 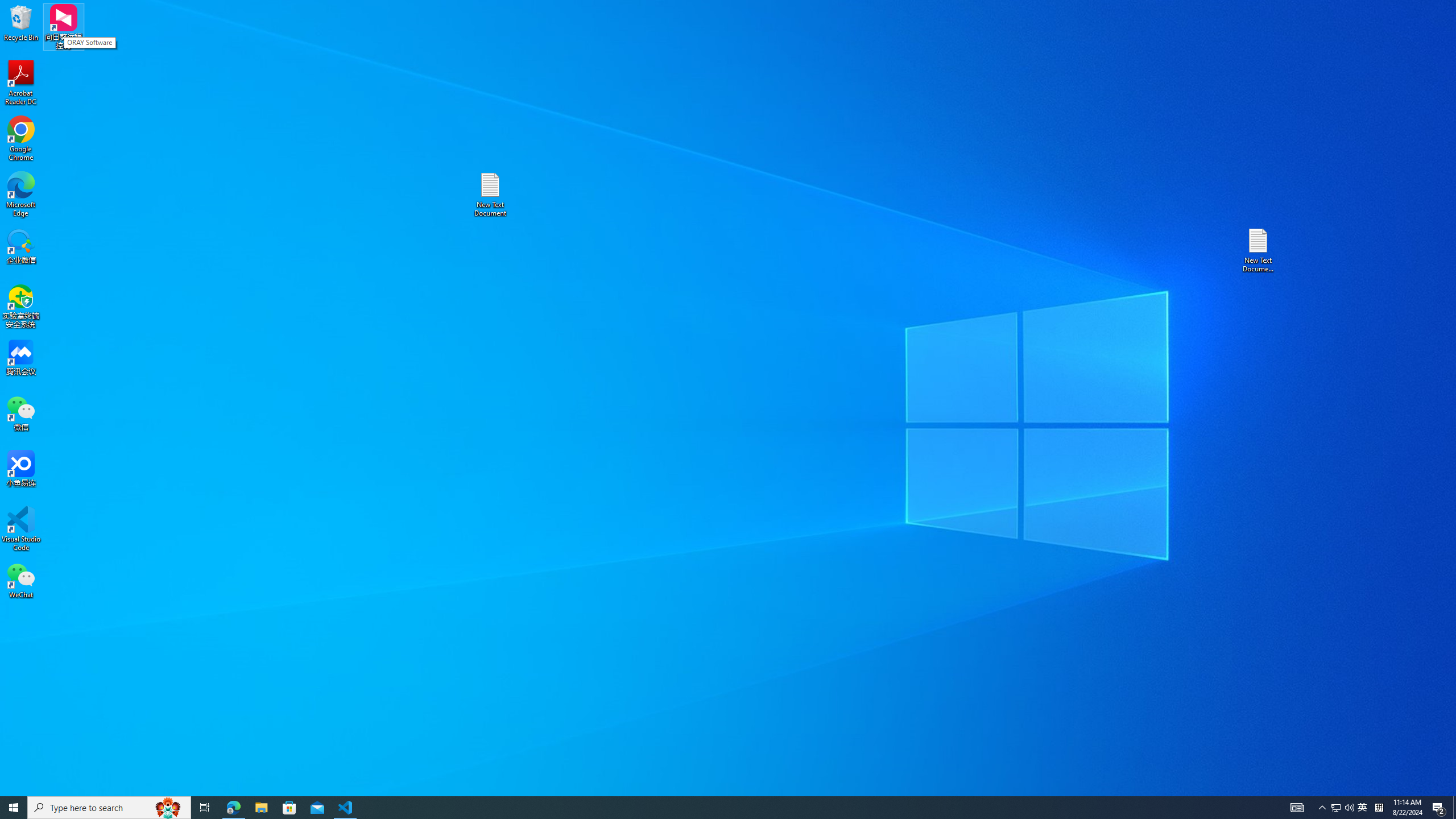 What do you see at coordinates (109, 806) in the screenshot?
I see `'Type here to search'` at bounding box center [109, 806].